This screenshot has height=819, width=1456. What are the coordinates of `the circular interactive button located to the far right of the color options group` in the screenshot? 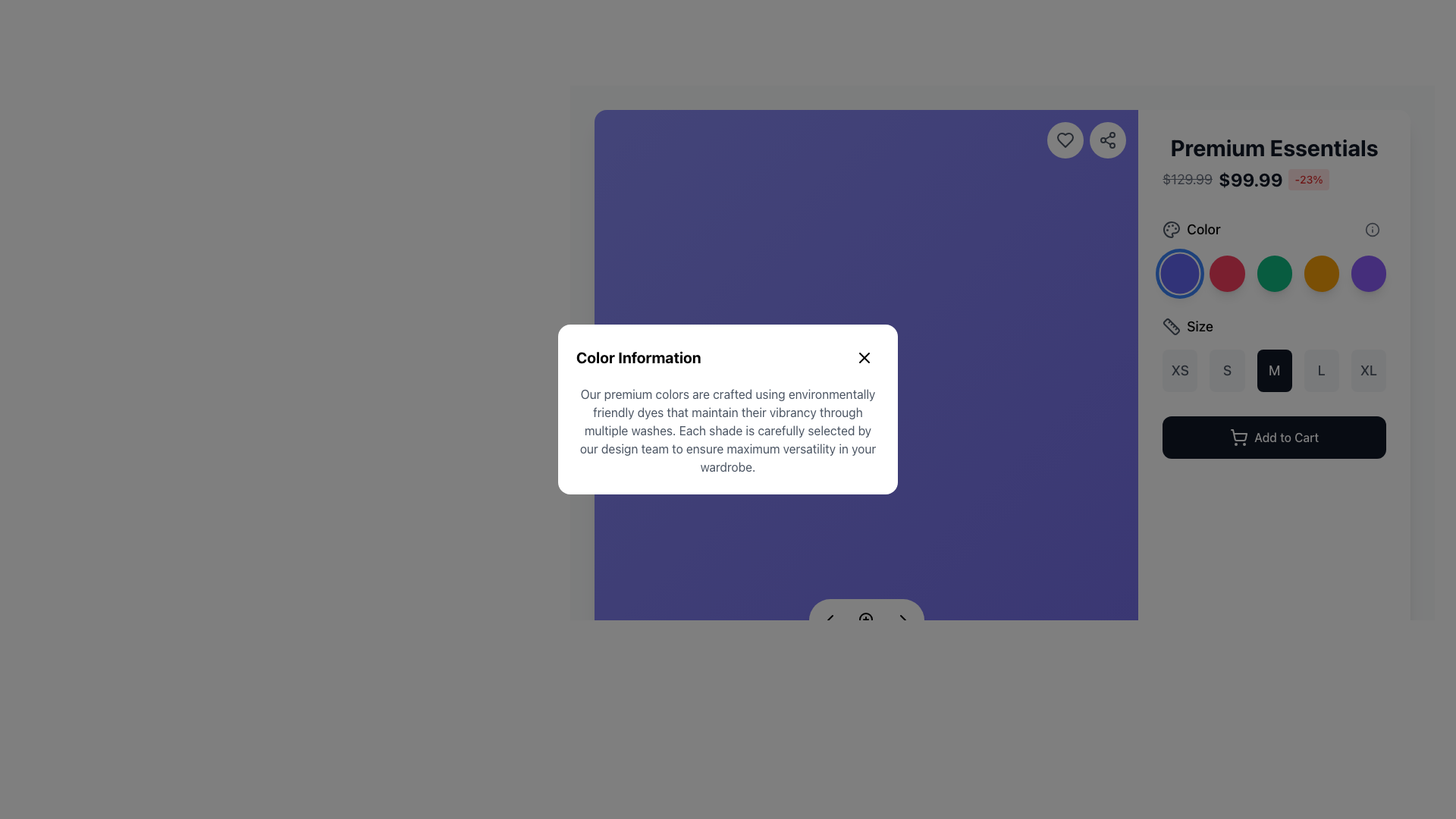 It's located at (1368, 274).